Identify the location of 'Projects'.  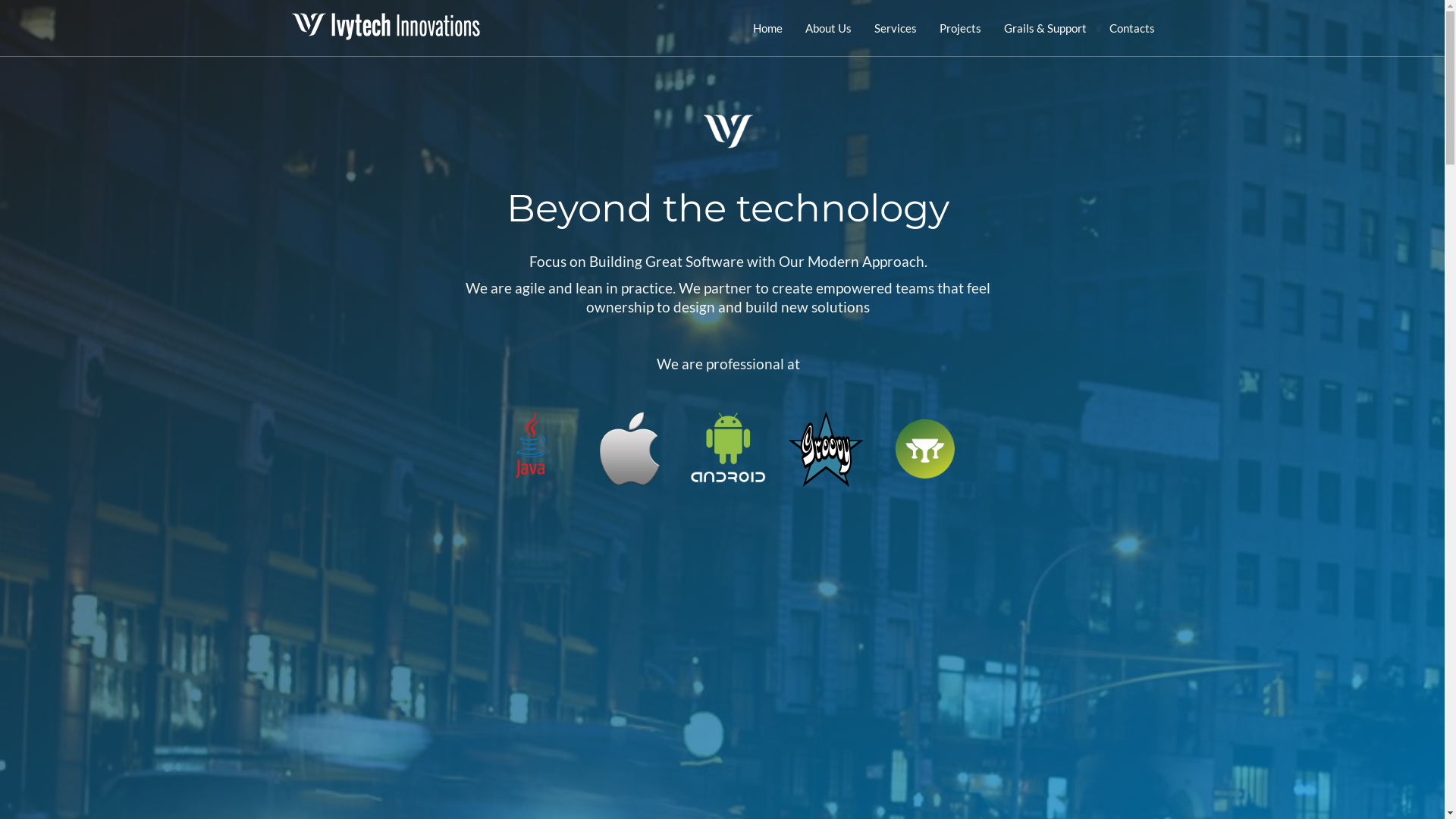
(927, 28).